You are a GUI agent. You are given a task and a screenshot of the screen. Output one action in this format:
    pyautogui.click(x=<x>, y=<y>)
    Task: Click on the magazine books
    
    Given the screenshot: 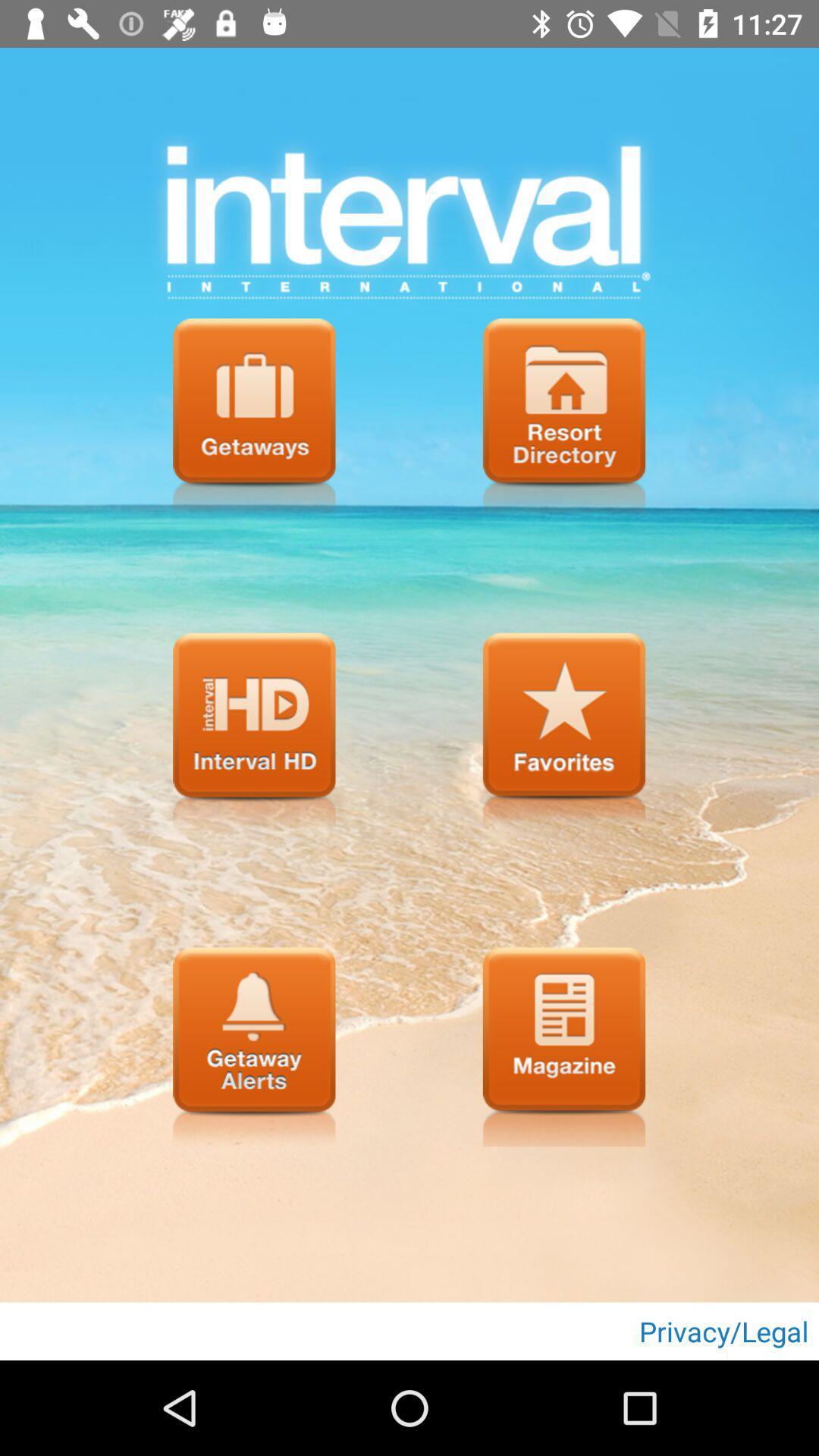 What is the action you would take?
    pyautogui.click(x=564, y=1046)
    